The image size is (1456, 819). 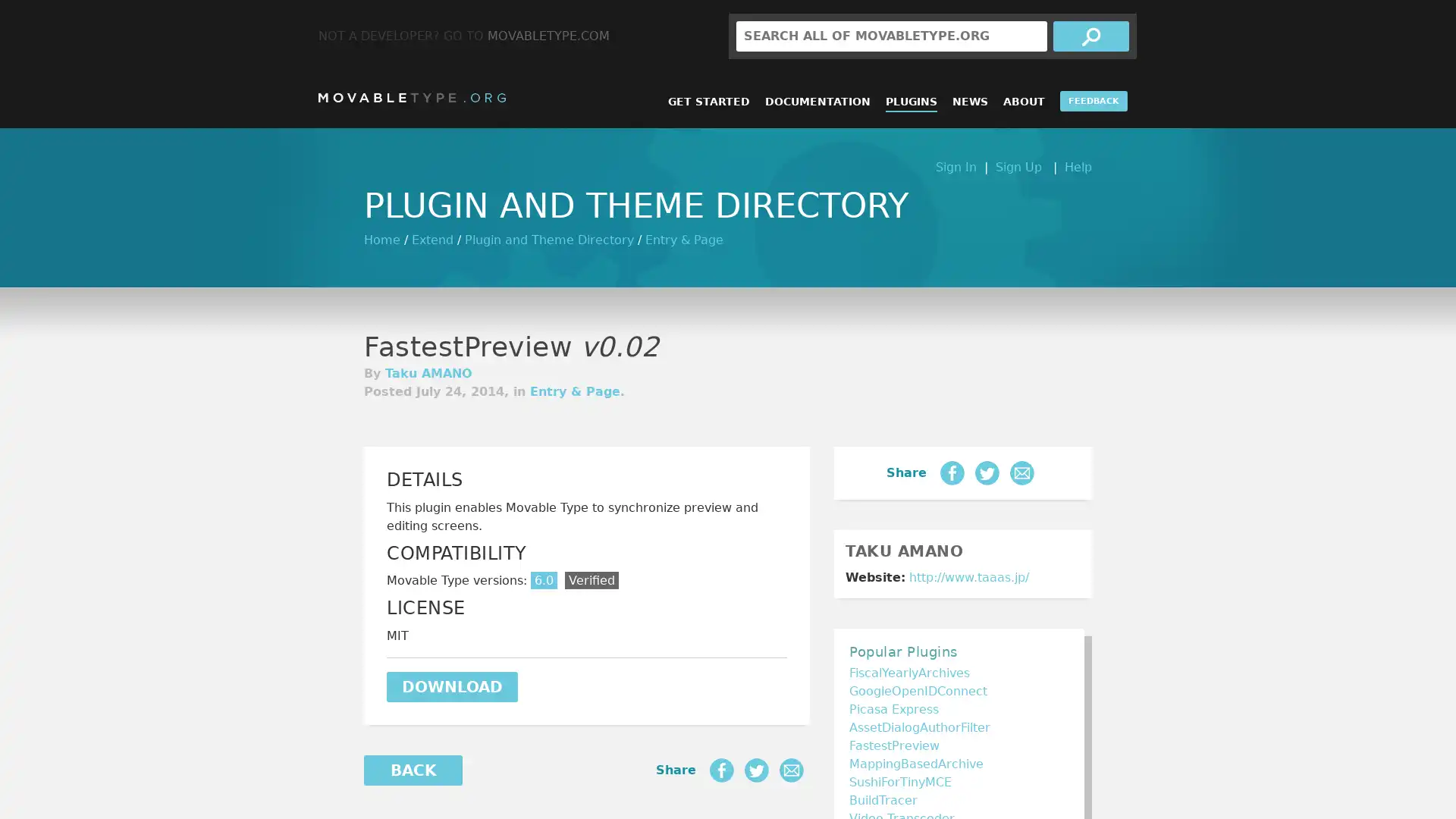 What do you see at coordinates (1090, 35) in the screenshot?
I see `search` at bounding box center [1090, 35].